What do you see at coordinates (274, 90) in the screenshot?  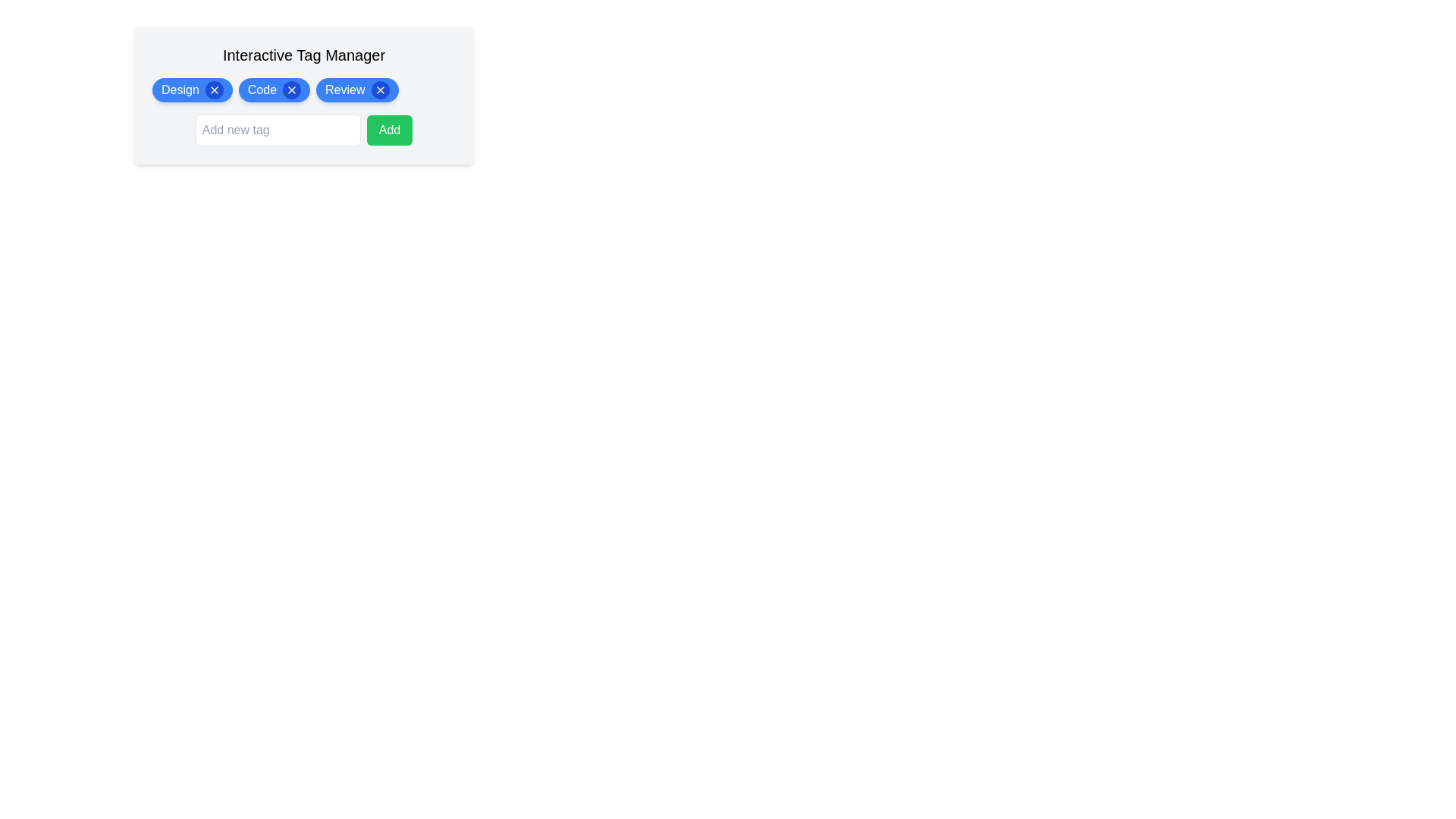 I see `the close button on the 'Code' tag` at bounding box center [274, 90].